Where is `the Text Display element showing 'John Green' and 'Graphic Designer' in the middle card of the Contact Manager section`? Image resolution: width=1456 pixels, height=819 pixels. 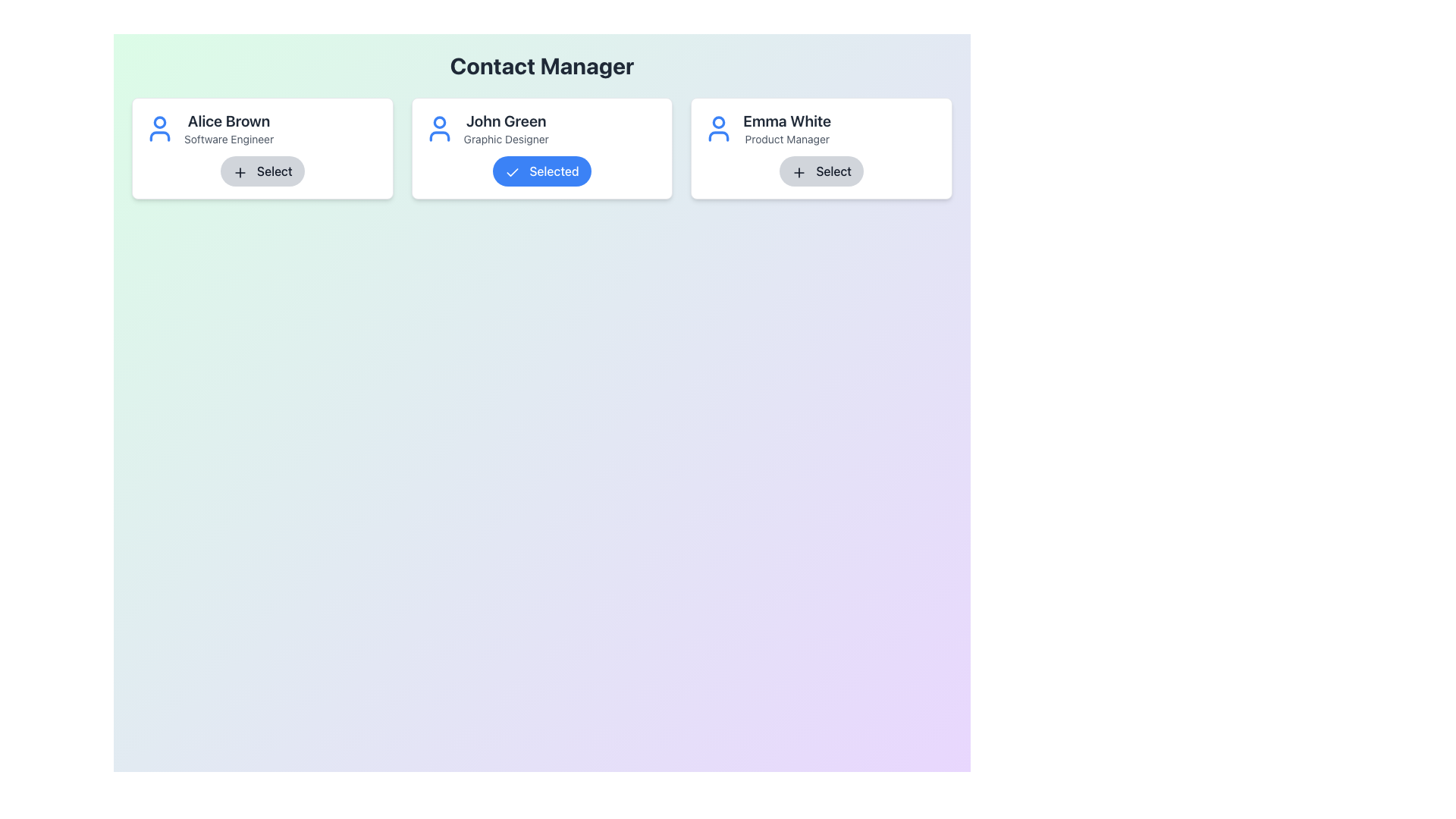 the Text Display element showing 'John Green' and 'Graphic Designer' in the middle card of the Contact Manager section is located at coordinates (506, 127).